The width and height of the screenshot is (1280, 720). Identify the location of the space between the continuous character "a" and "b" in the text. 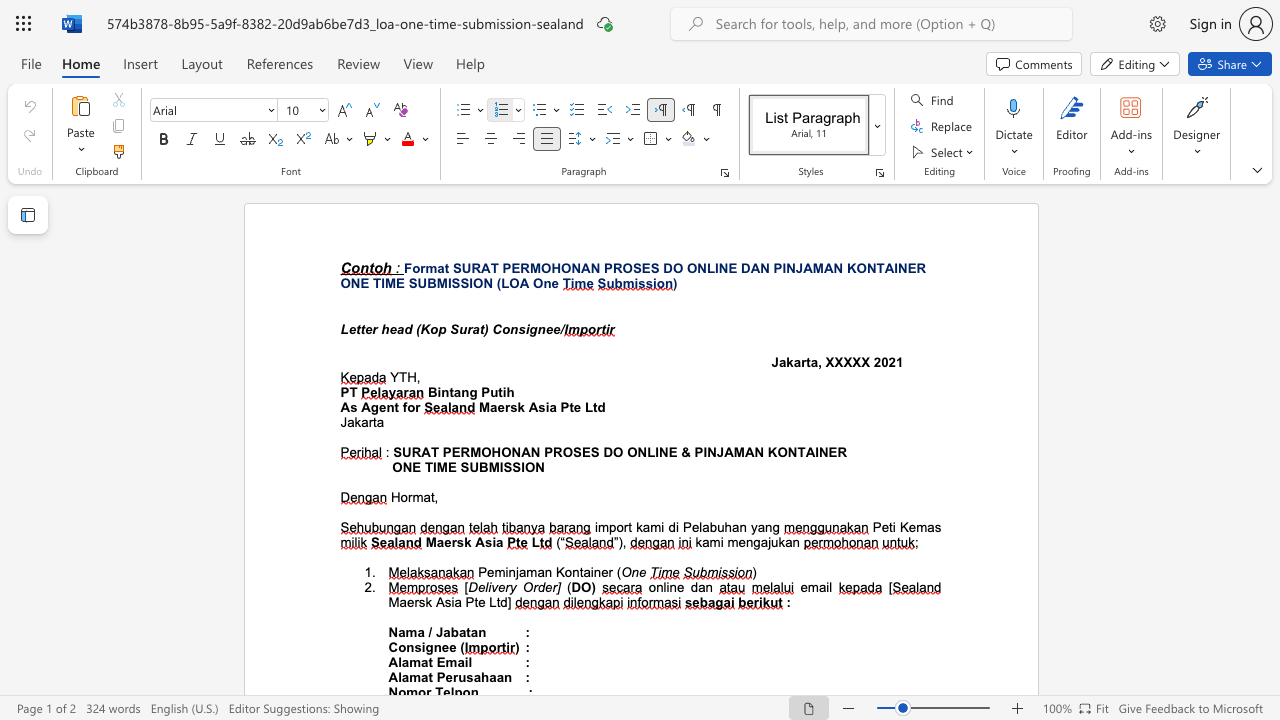
(449, 632).